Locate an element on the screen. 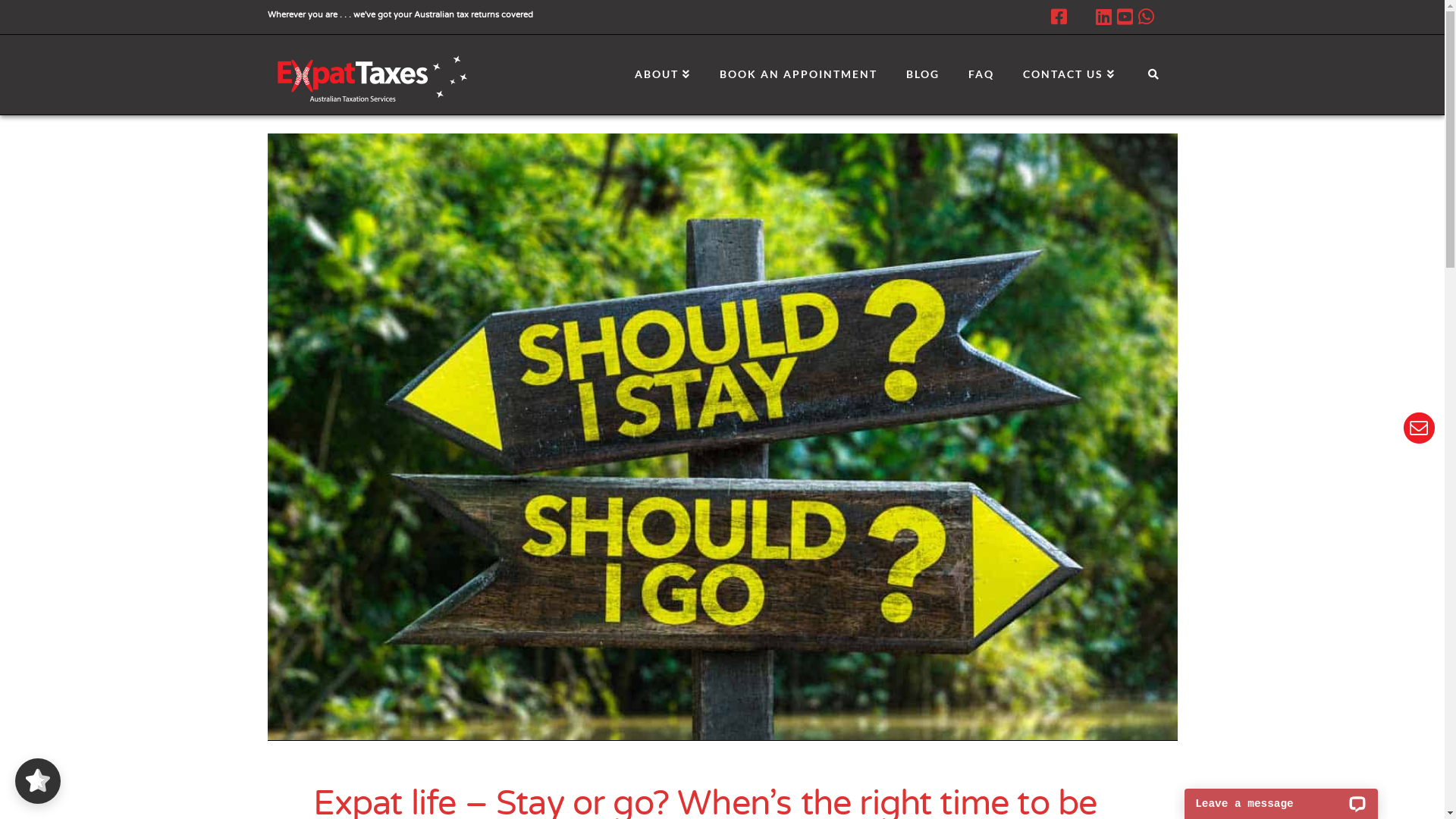 Image resolution: width=1456 pixels, height=819 pixels. 'BLOG' is located at coordinates (891, 69).